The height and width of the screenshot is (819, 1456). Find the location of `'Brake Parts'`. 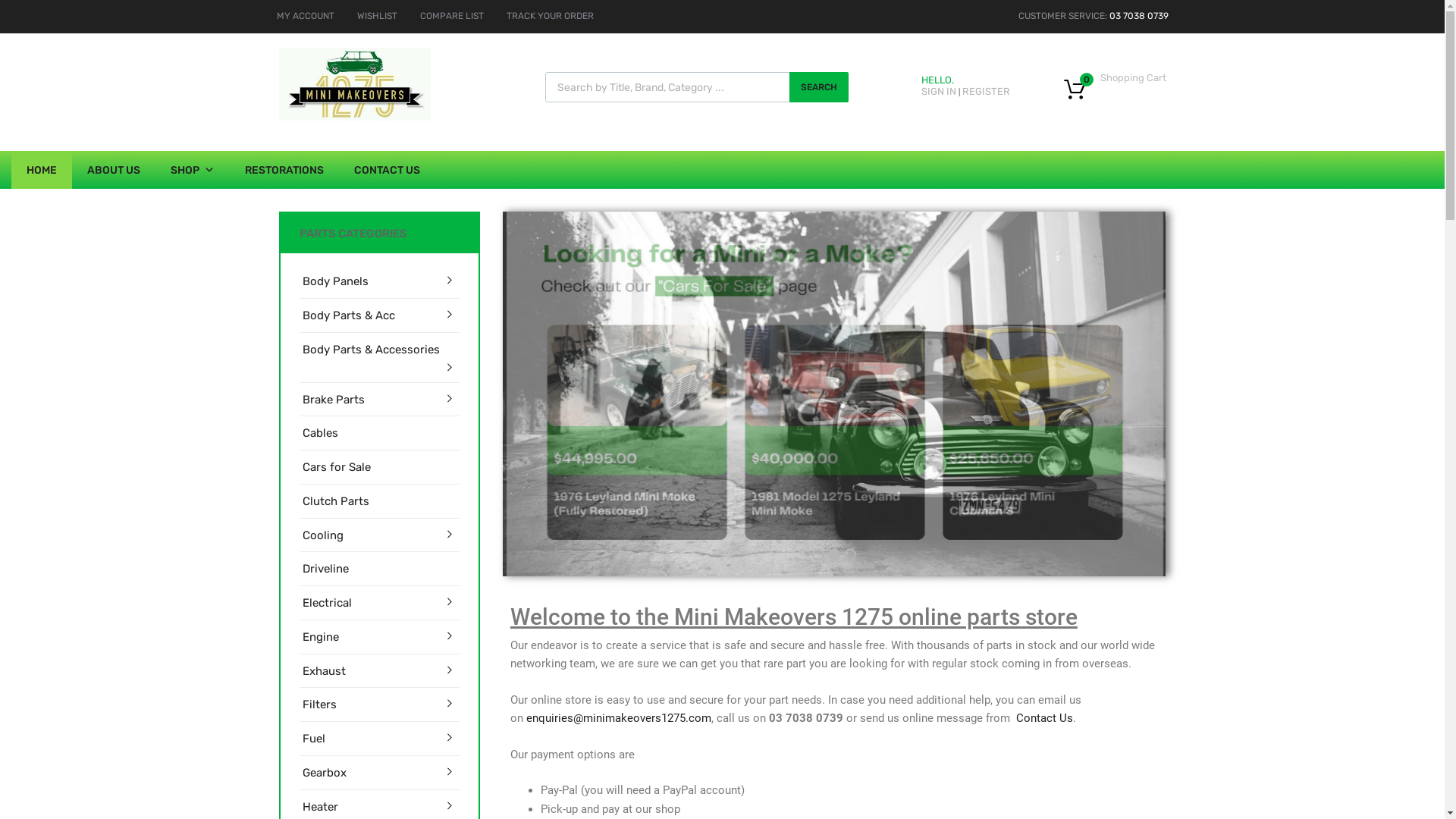

'Brake Parts' is located at coordinates (331, 399).